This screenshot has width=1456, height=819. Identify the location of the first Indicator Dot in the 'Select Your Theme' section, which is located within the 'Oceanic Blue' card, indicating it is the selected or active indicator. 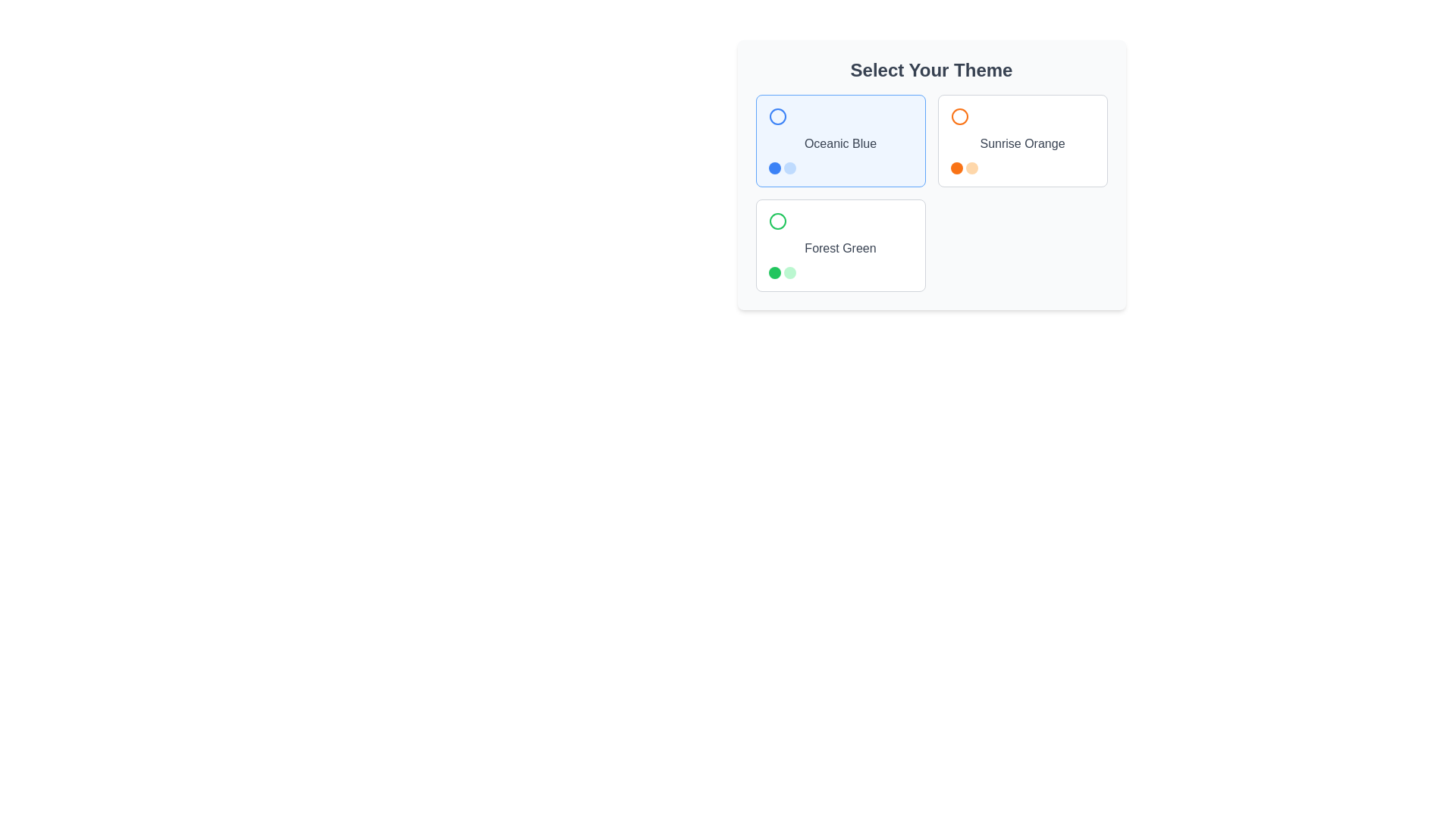
(774, 168).